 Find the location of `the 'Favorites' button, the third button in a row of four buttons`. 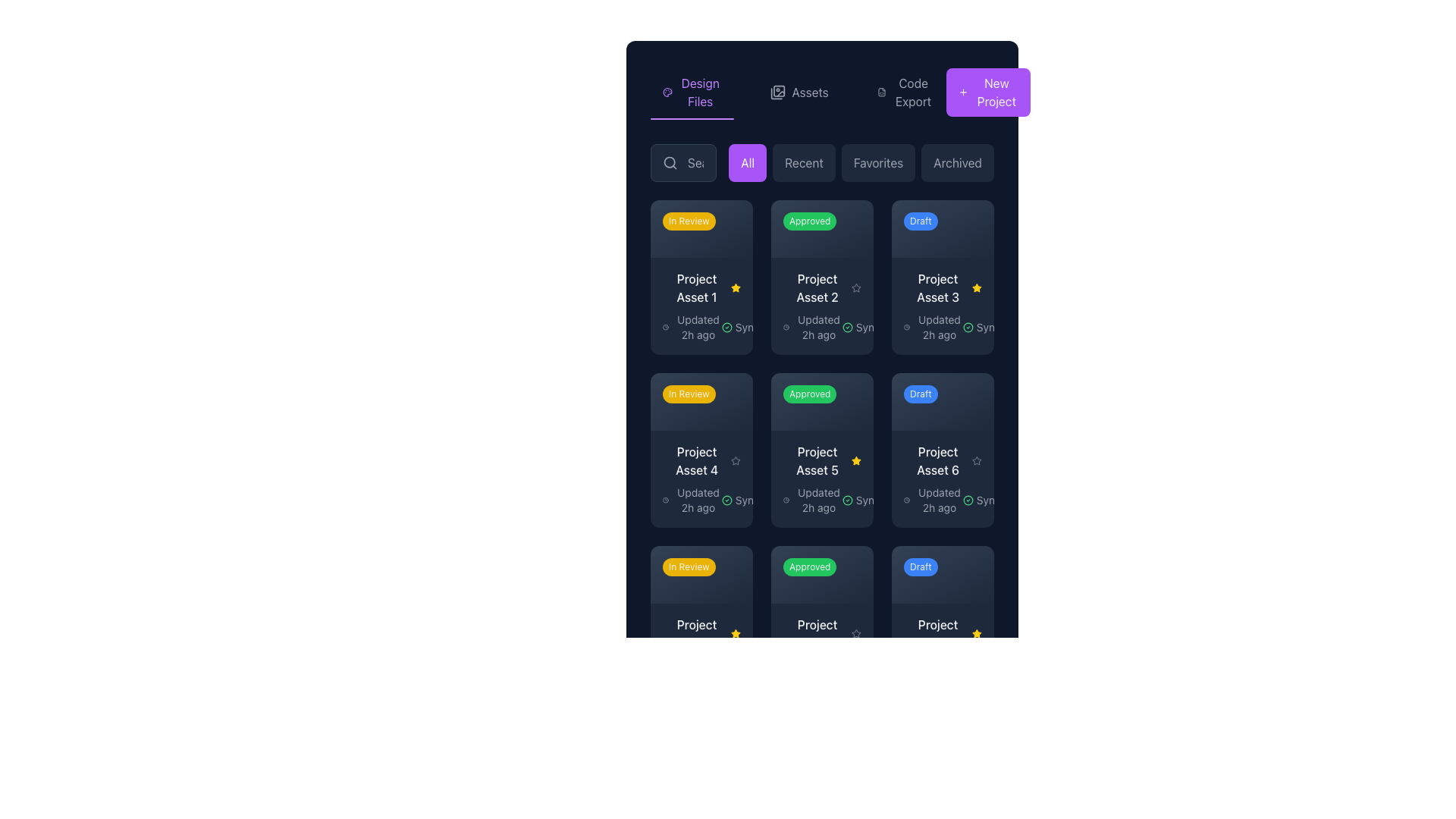

the 'Favorites' button, the third button in a row of four buttons is located at coordinates (878, 163).